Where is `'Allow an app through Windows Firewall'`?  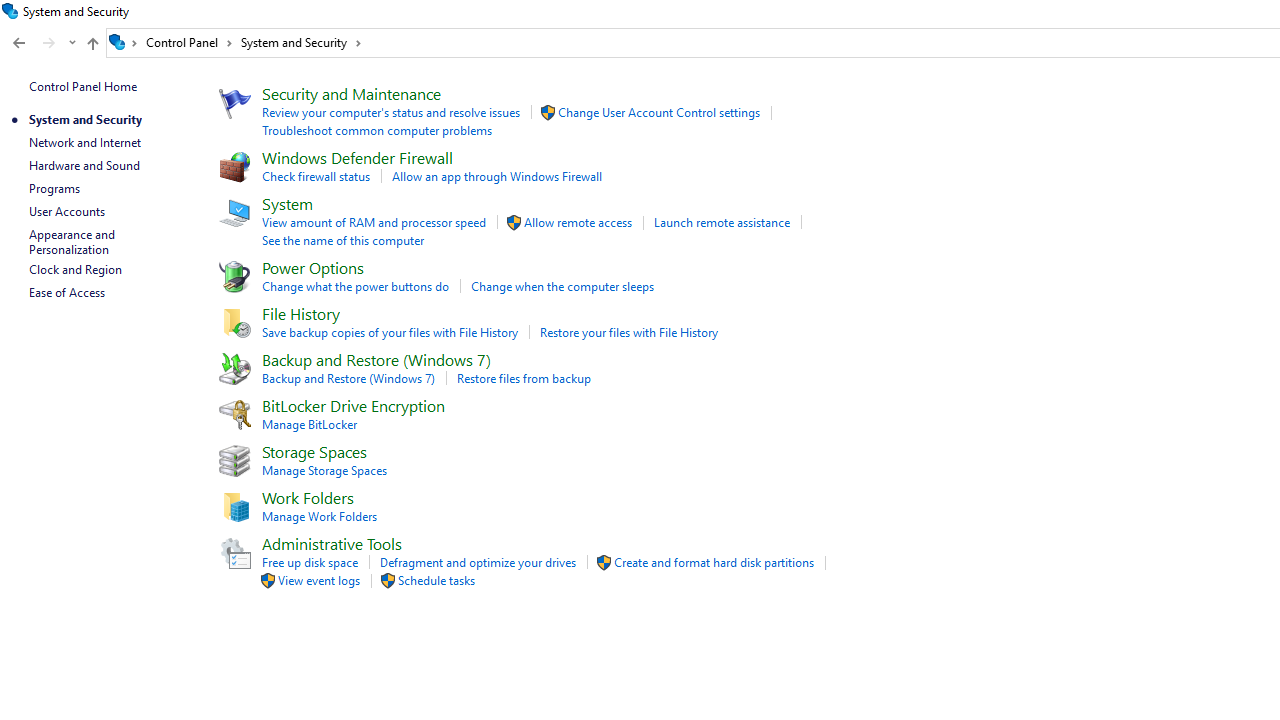
'Allow an app through Windows Firewall' is located at coordinates (497, 175).